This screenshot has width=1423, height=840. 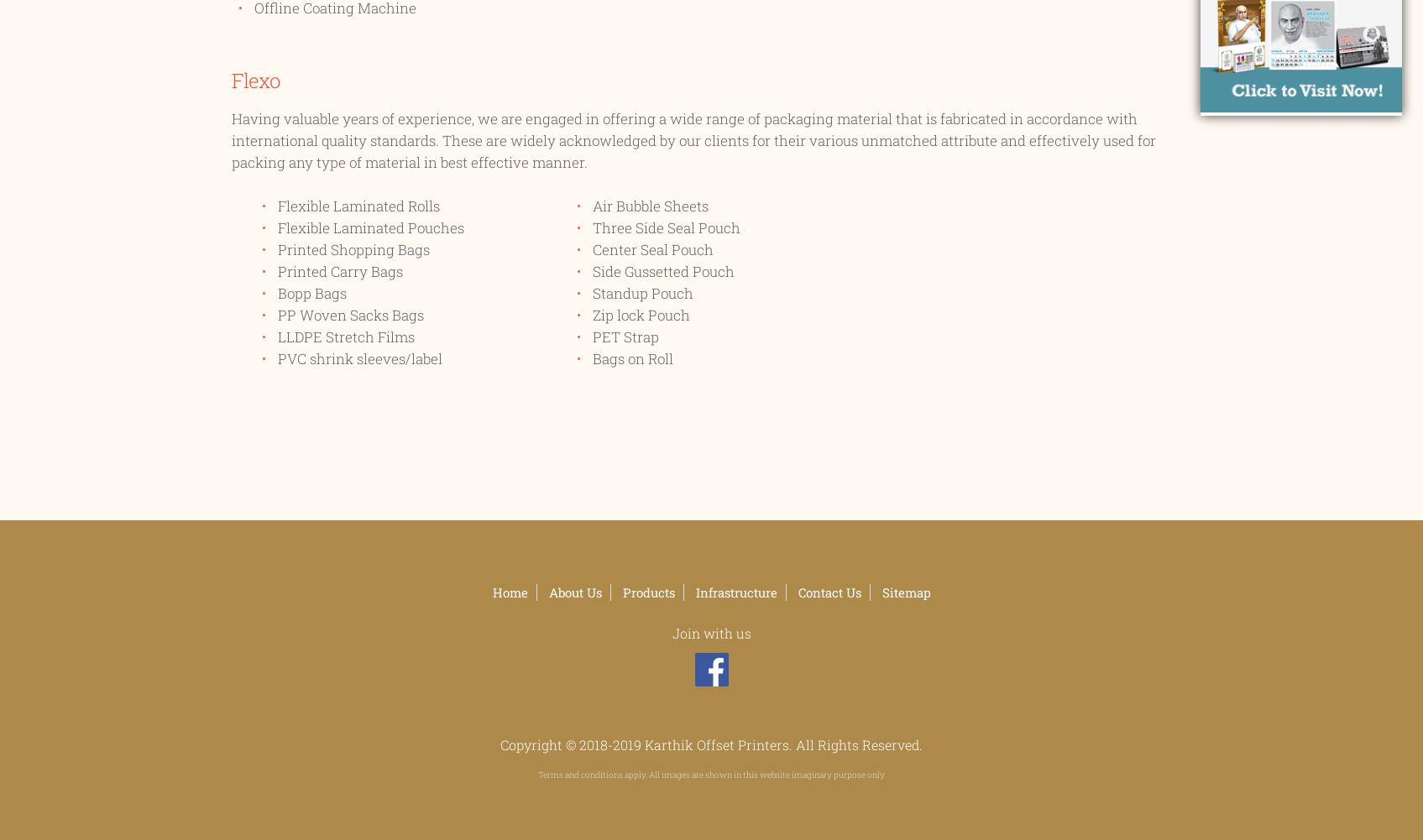 I want to click on 'Flexible Laminated Pouches', so click(x=370, y=227).